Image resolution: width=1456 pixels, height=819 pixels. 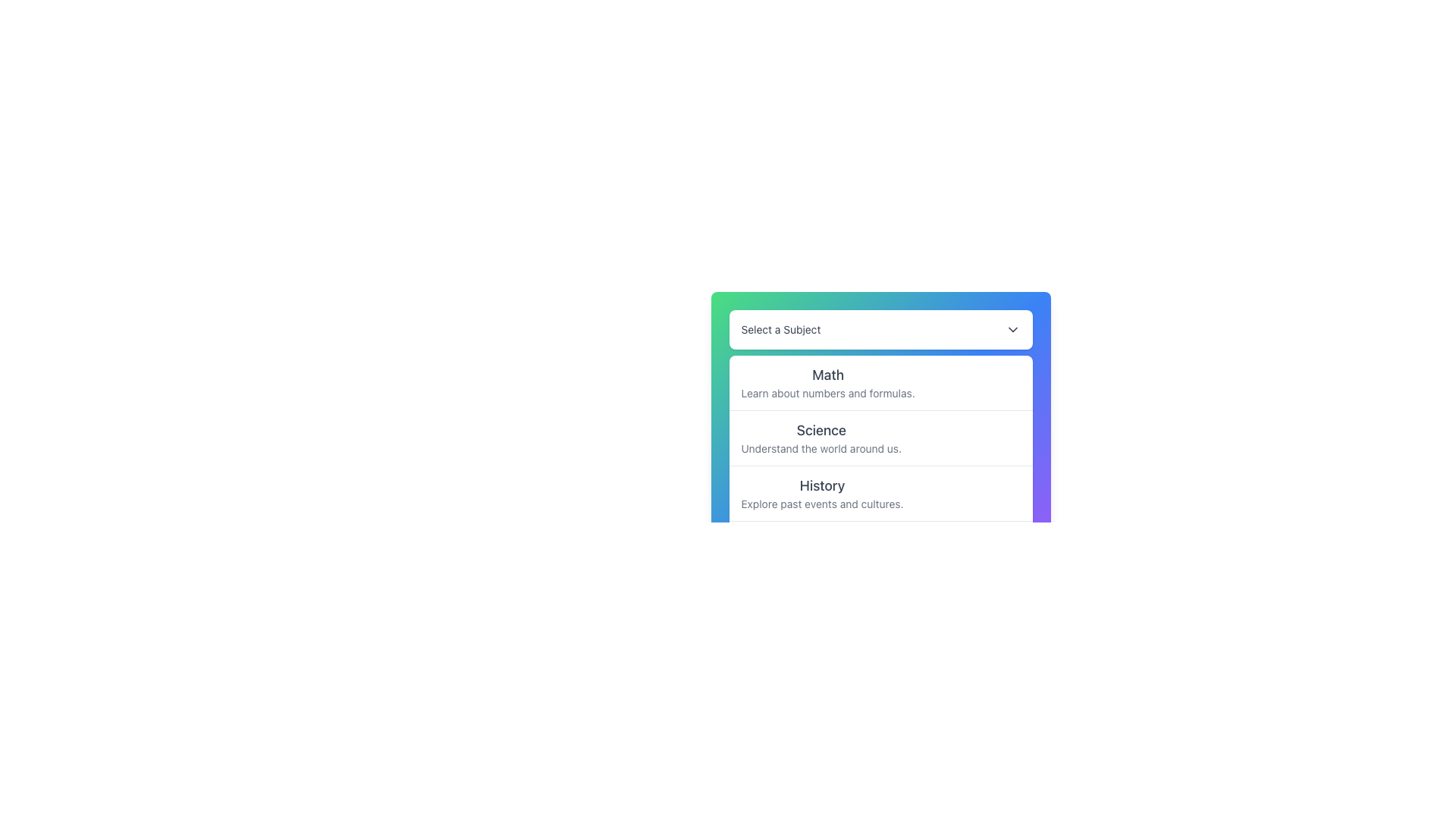 What do you see at coordinates (821, 447) in the screenshot?
I see `text label providing context for the 'Science' section, located below the 'Science' title and above the 'History' entry` at bounding box center [821, 447].